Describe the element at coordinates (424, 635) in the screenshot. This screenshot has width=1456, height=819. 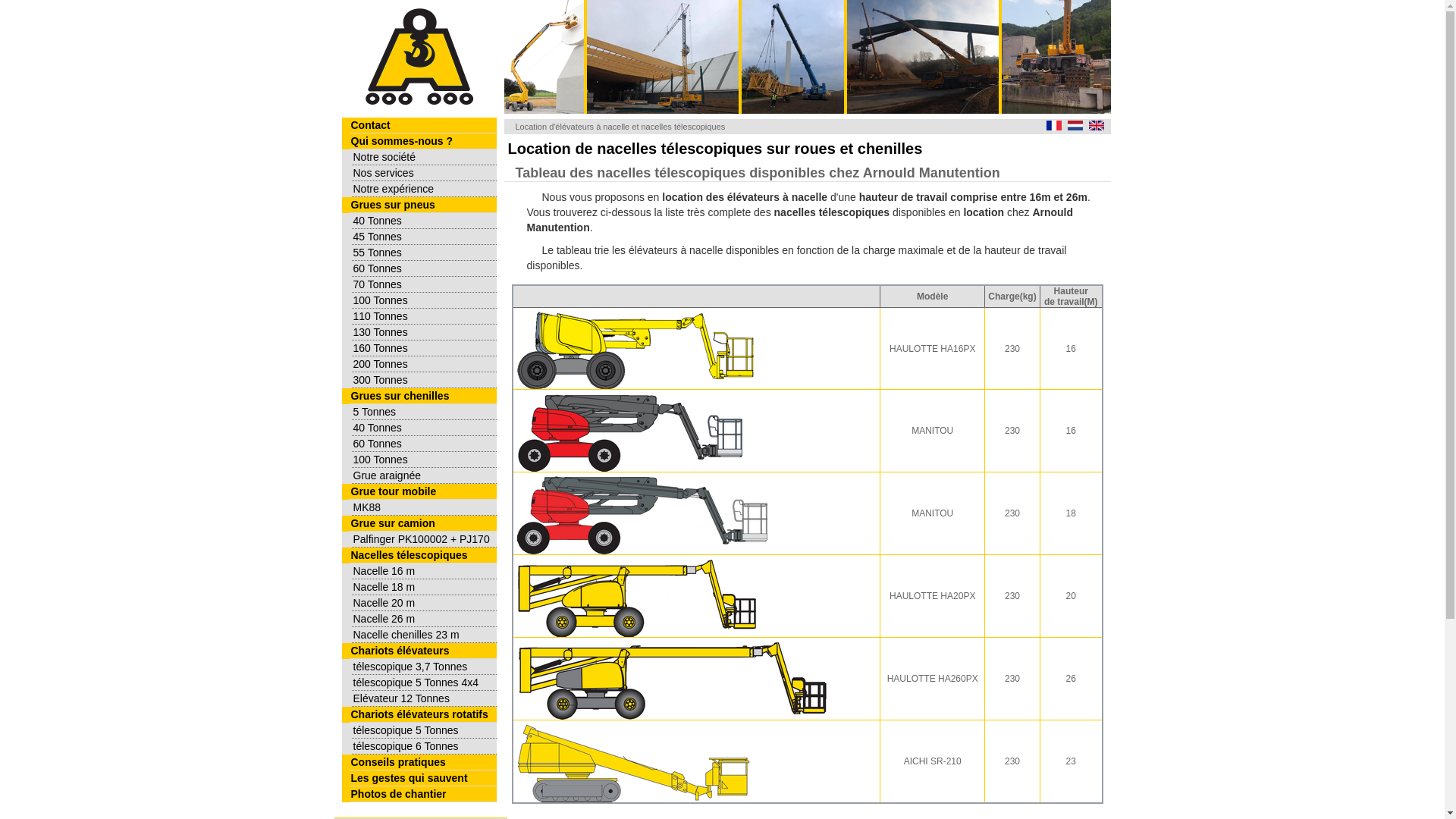
I see `'Nacelle chenilles 23 m'` at that location.